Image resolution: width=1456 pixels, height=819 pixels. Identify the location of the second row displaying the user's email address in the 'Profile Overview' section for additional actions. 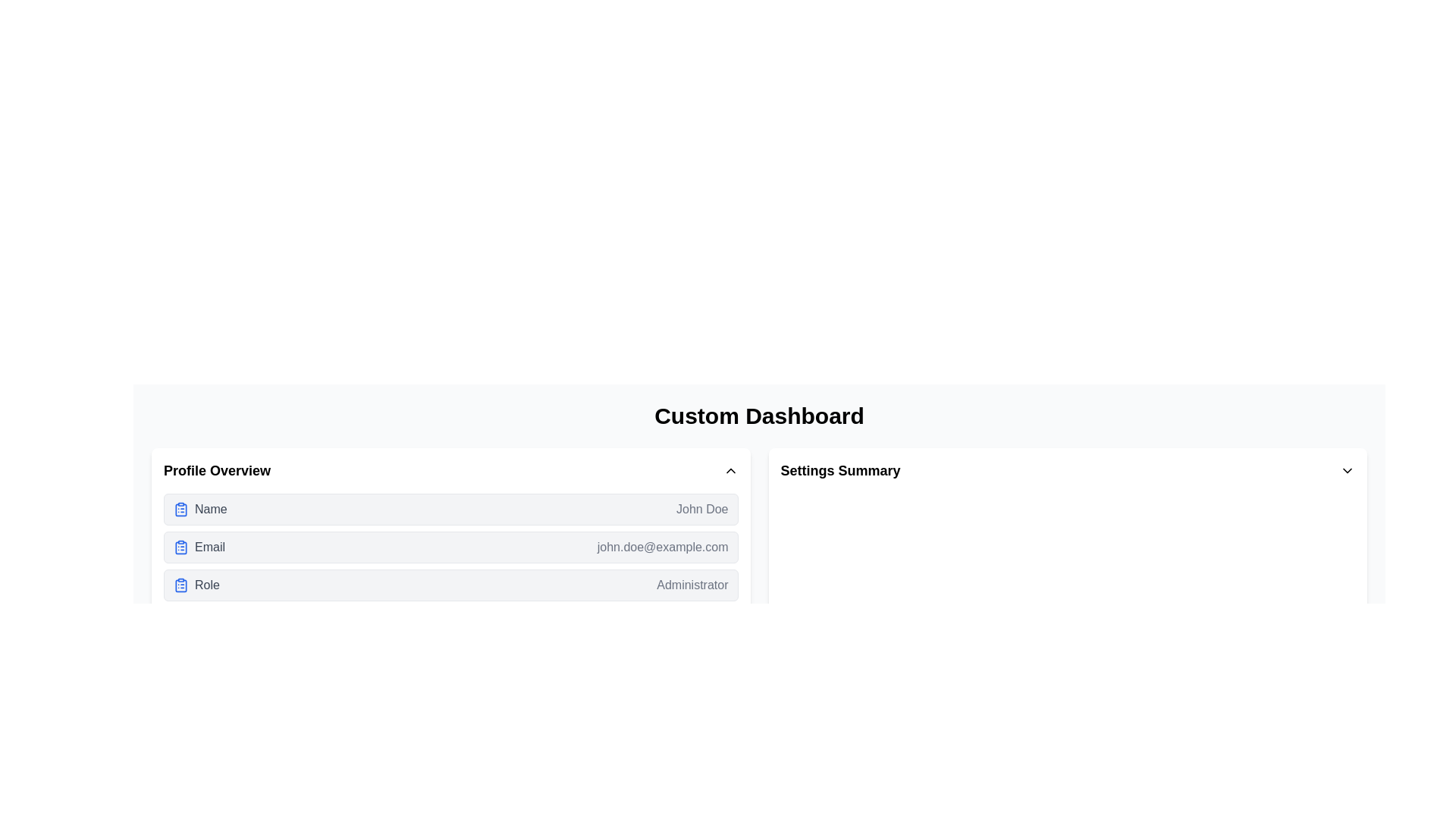
(450, 547).